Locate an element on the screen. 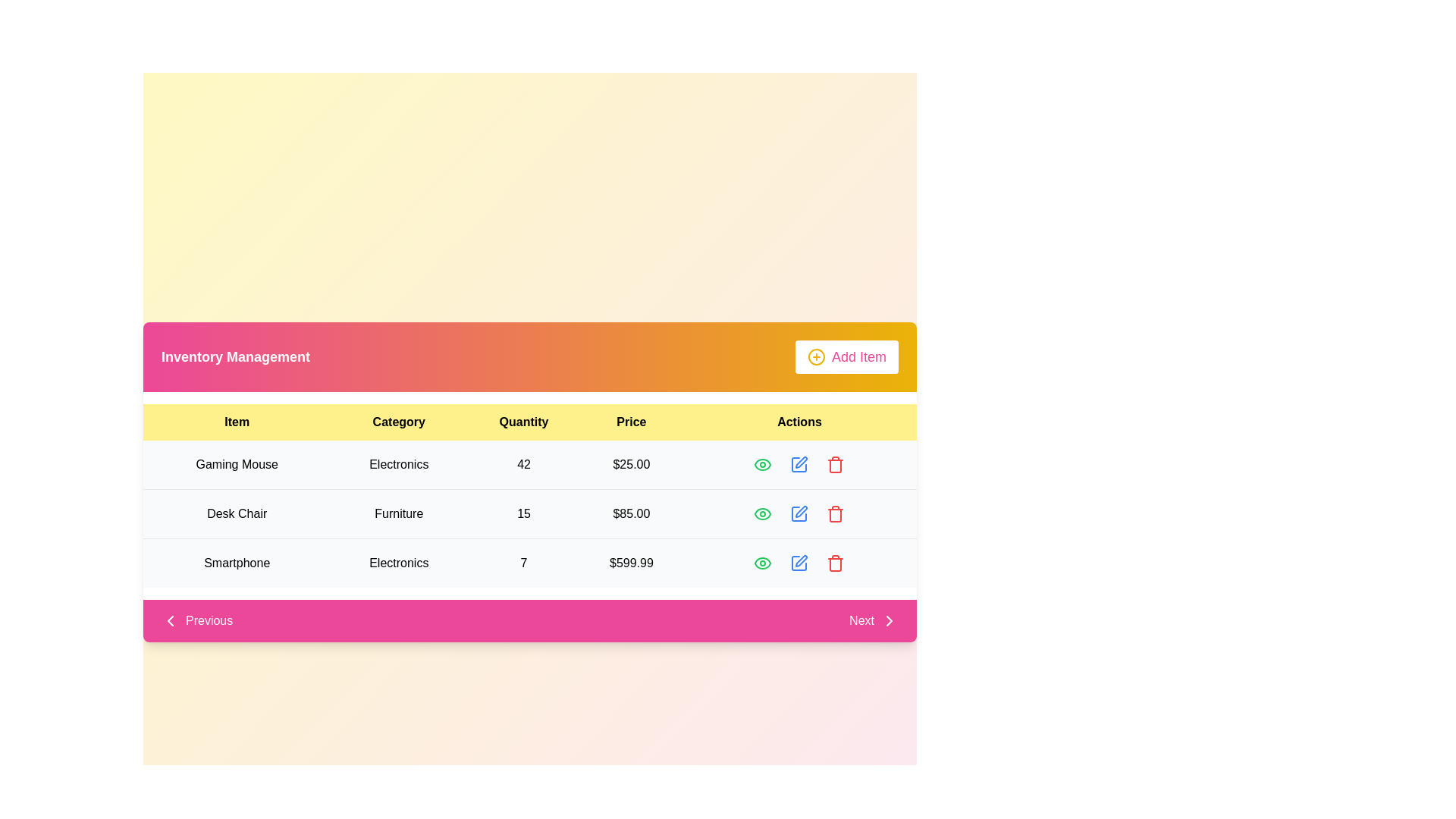 This screenshot has width=1456, height=819. the 'Category' text header, which is displayed in bold black text on a yellow background, located in the second position among five sibling headers in the table is located at coordinates (399, 422).